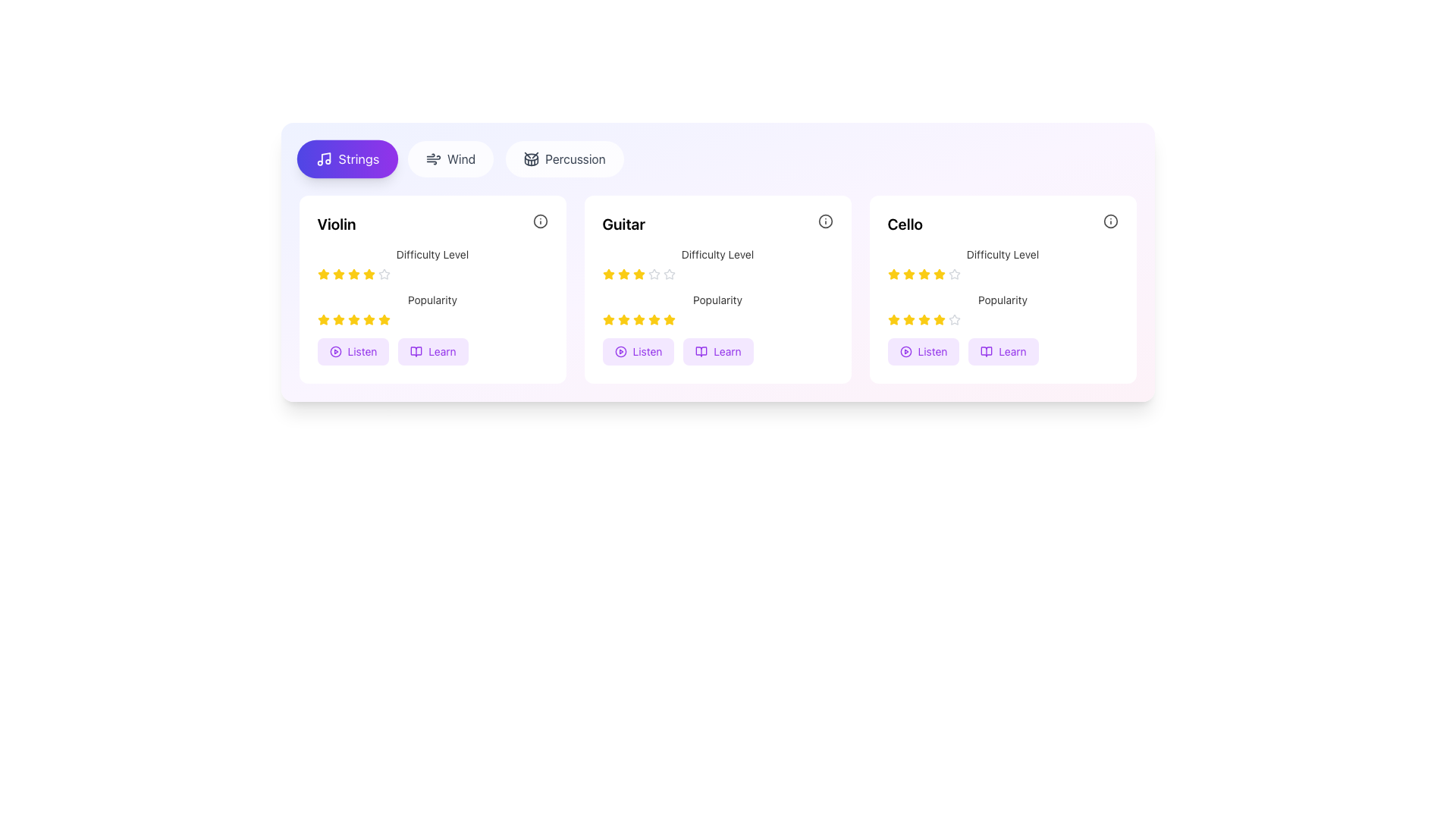 This screenshot has height=819, width=1456. Describe the element at coordinates (322, 275) in the screenshot. I see `the first yellow star icon in the 'Difficulty Level' section of the 'Violin' card to interact with the rating` at that location.